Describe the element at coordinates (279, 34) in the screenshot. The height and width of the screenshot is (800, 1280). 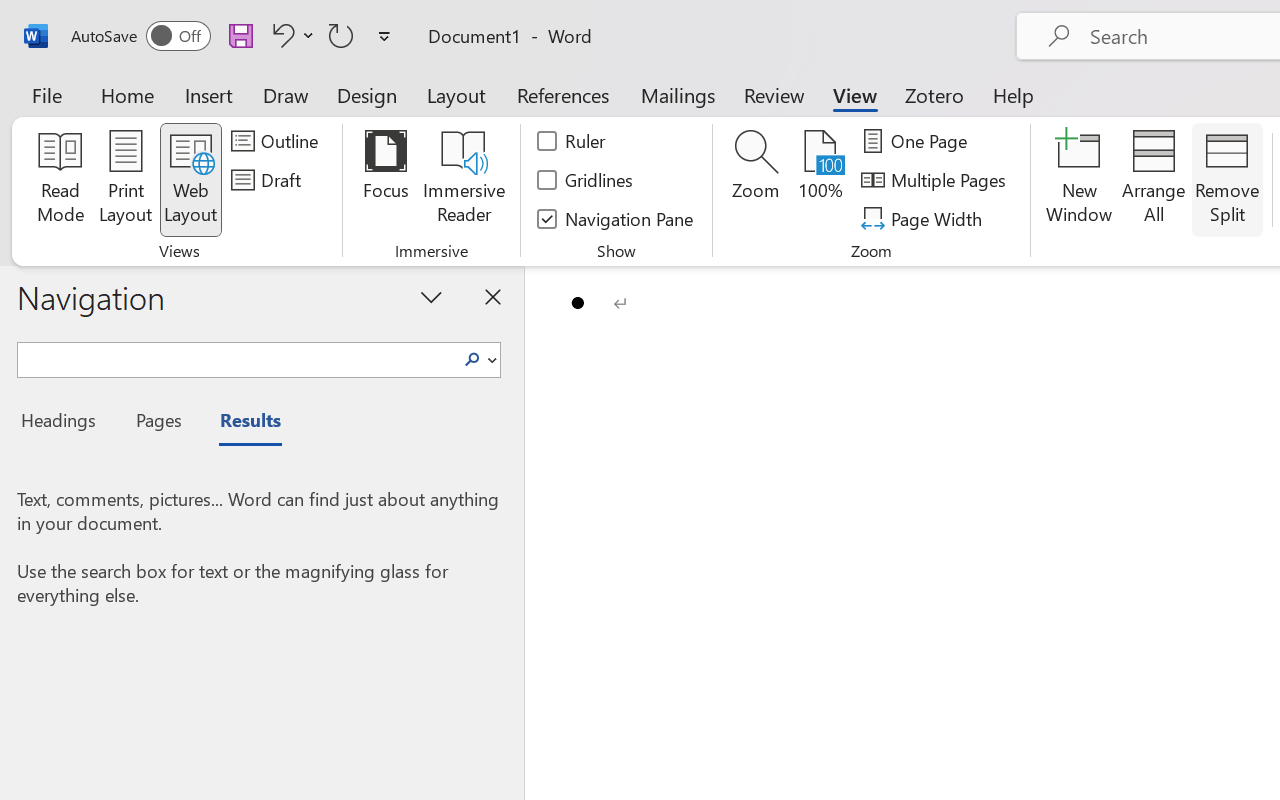
I see `'Undo Bullet Default'` at that location.